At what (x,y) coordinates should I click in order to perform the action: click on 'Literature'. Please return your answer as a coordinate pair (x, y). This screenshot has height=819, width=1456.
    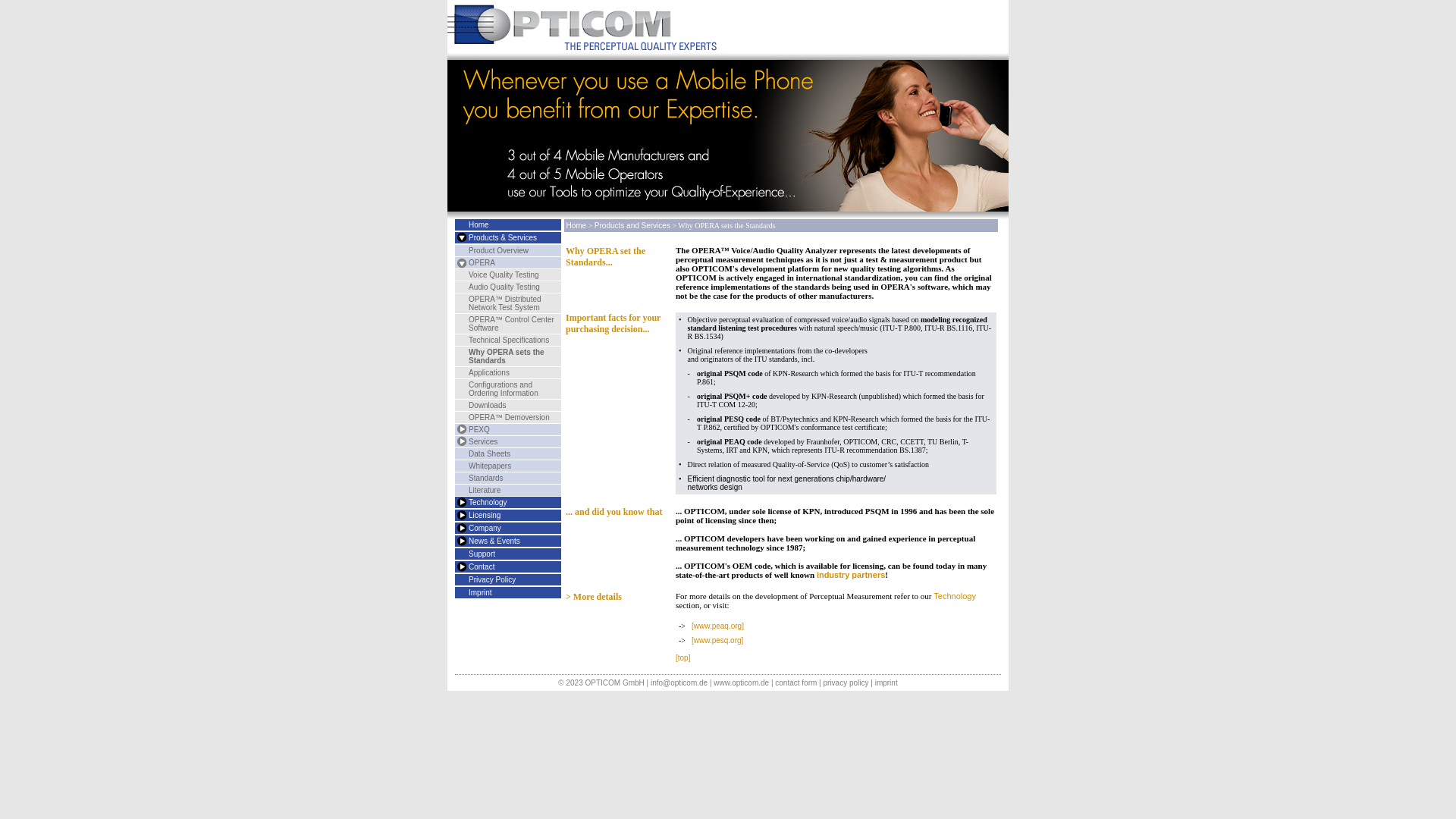
    Looking at the image, I should click on (483, 490).